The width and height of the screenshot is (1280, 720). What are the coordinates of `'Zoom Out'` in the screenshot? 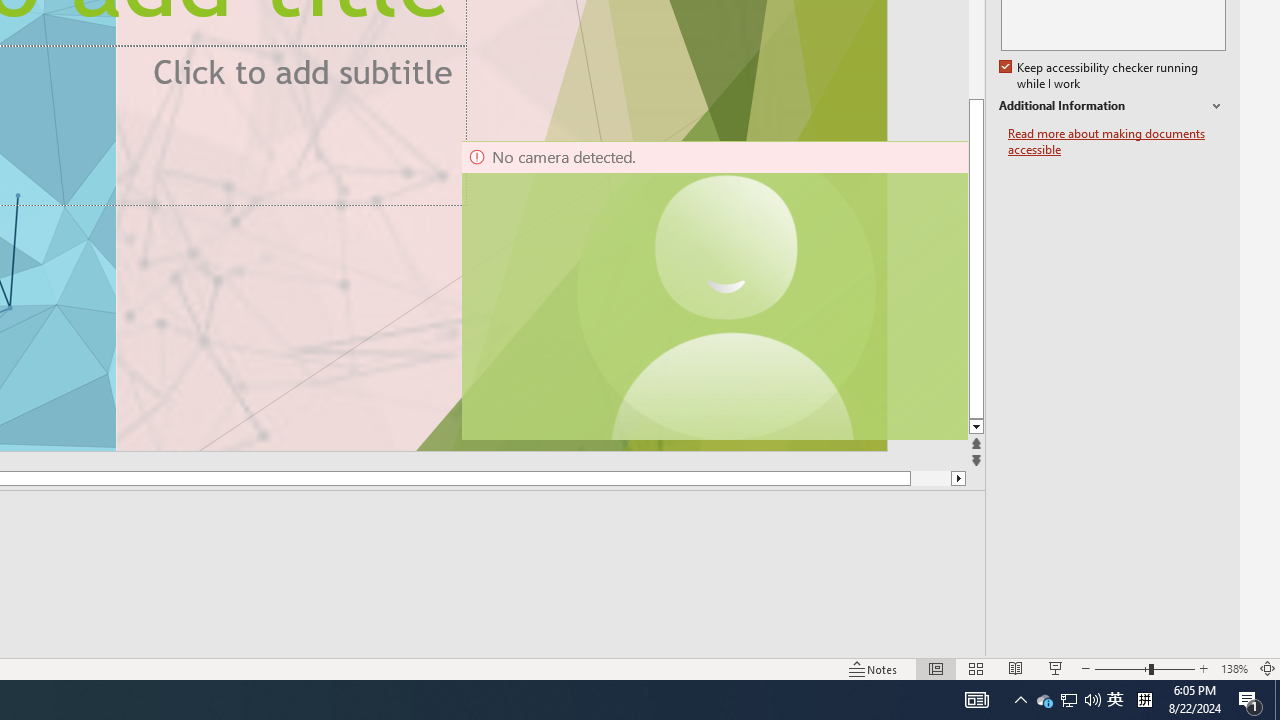 It's located at (1121, 669).